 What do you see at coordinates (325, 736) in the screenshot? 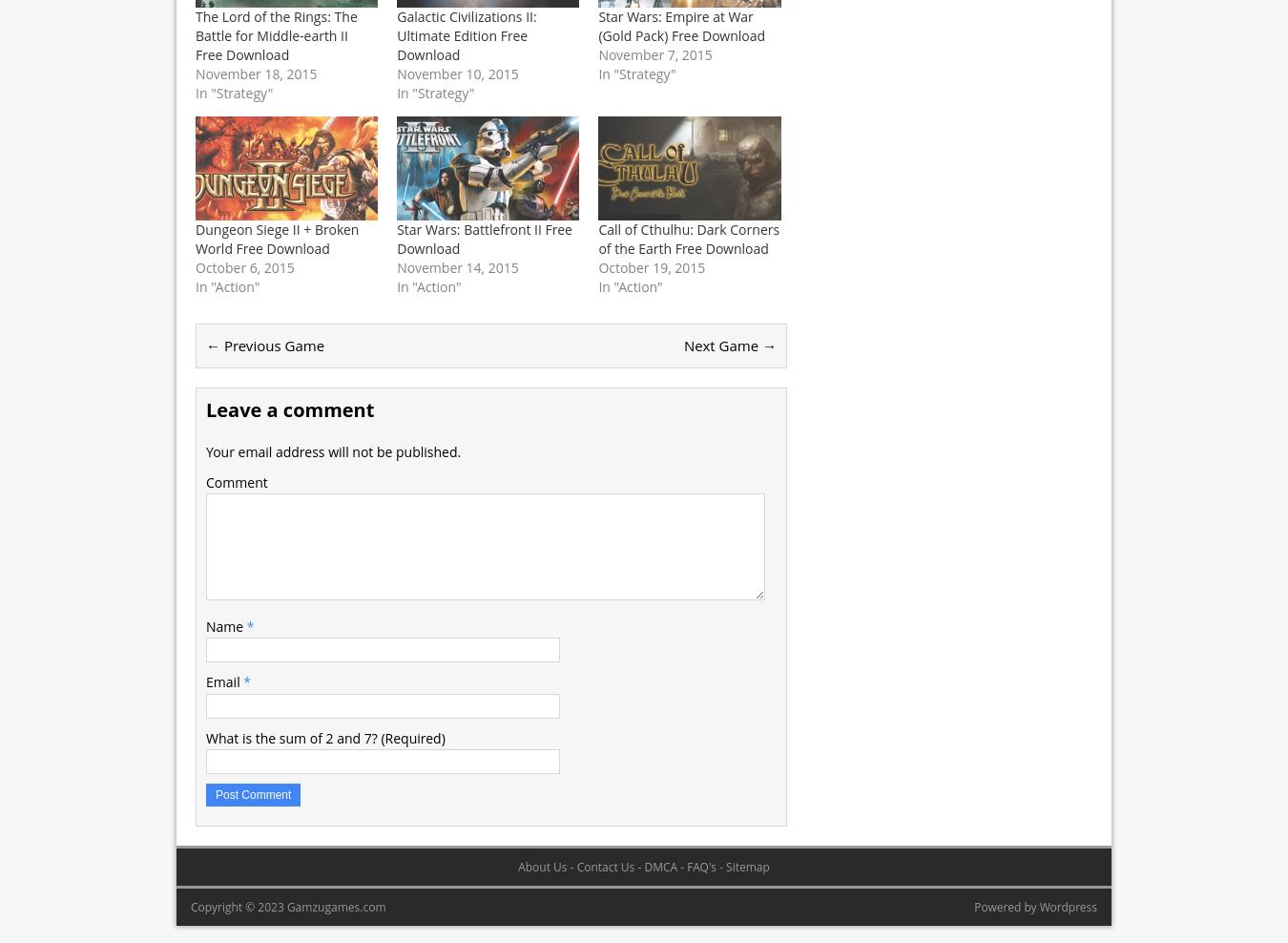
I see `'What is the sum of 2 and 7? (Required)'` at bounding box center [325, 736].